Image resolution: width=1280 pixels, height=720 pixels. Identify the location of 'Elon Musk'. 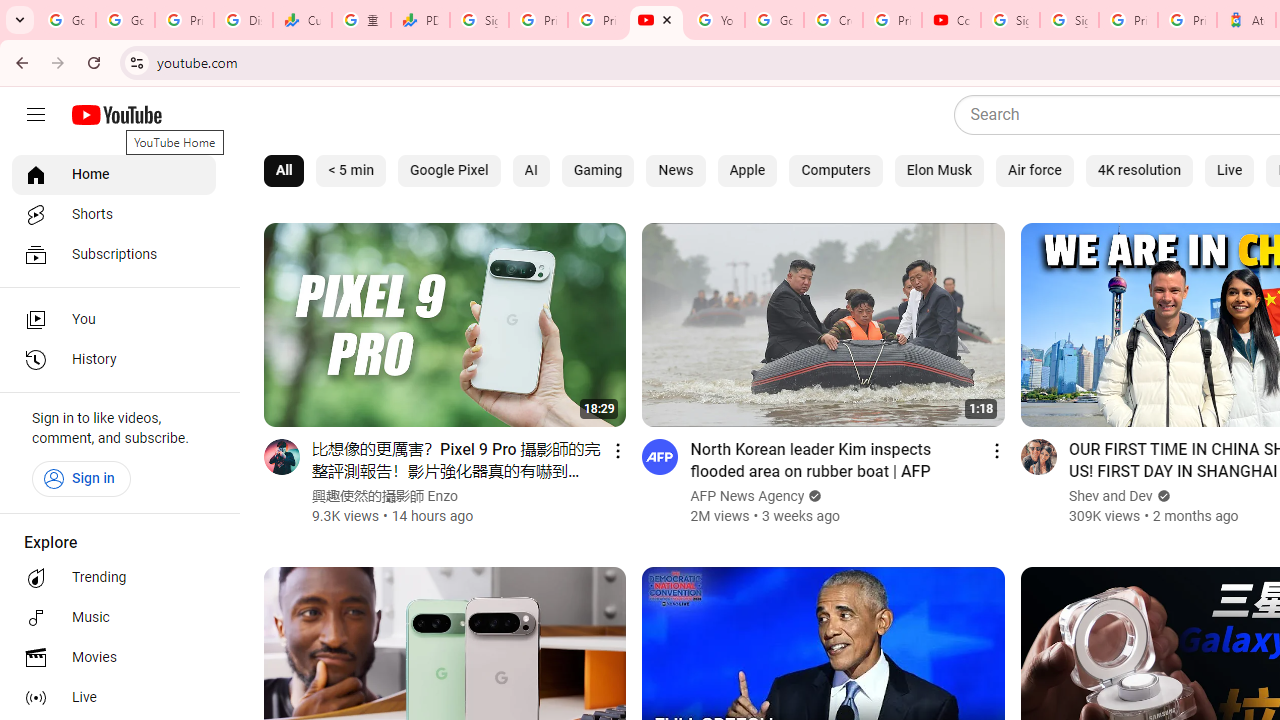
(937, 170).